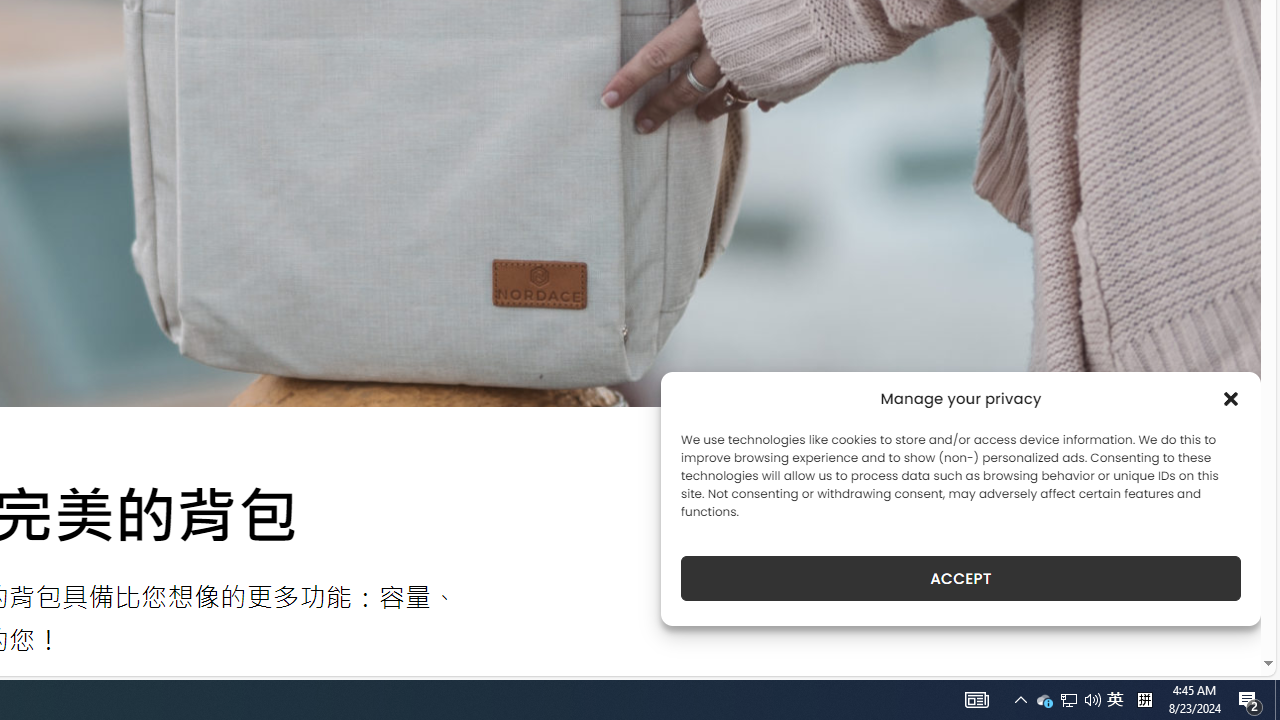 Image resolution: width=1280 pixels, height=720 pixels. I want to click on 'Class: cmplz-close', so click(1230, 398).